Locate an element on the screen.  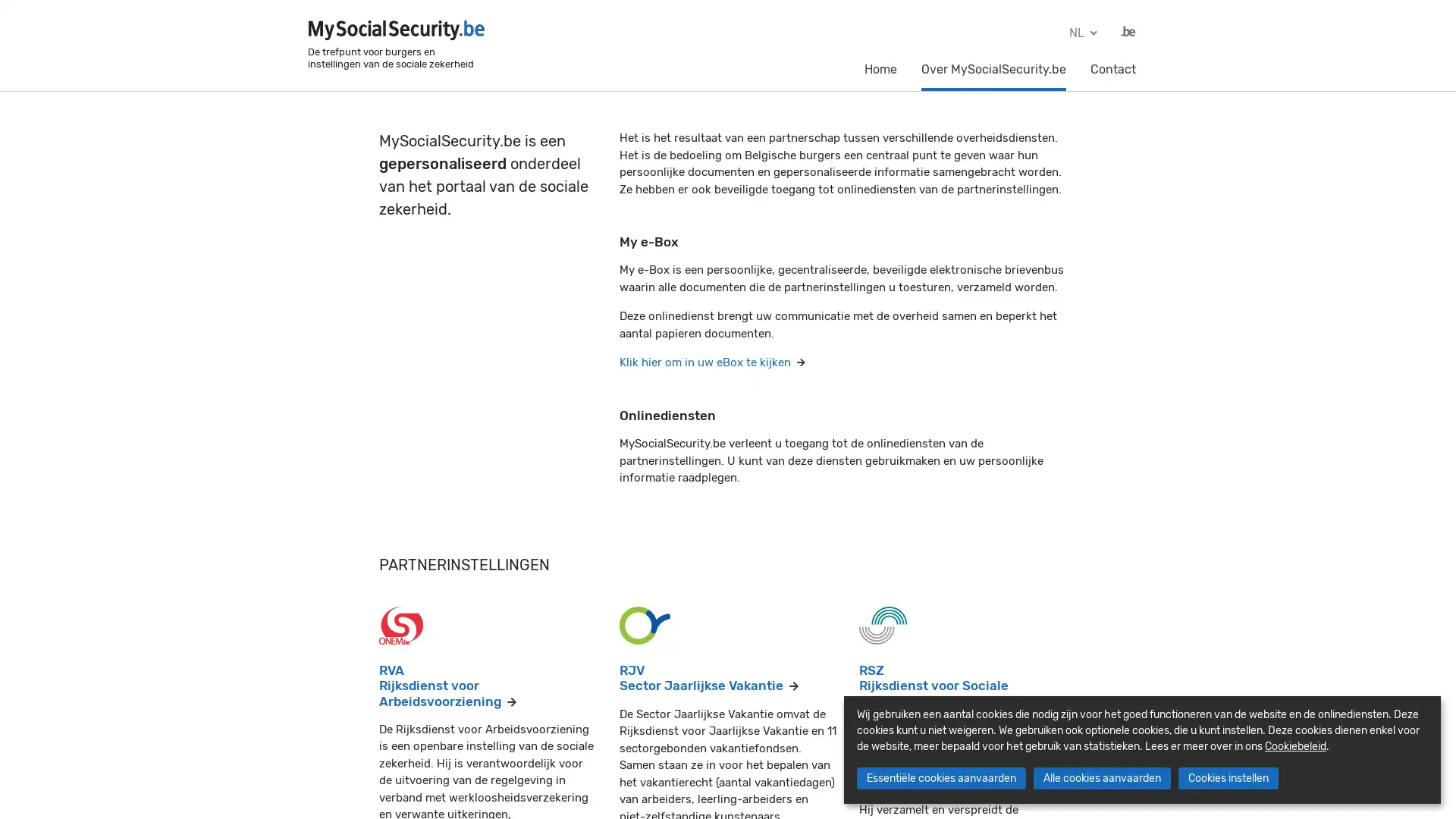
Essentiele cookies aanvaarden is located at coordinates (940, 778).